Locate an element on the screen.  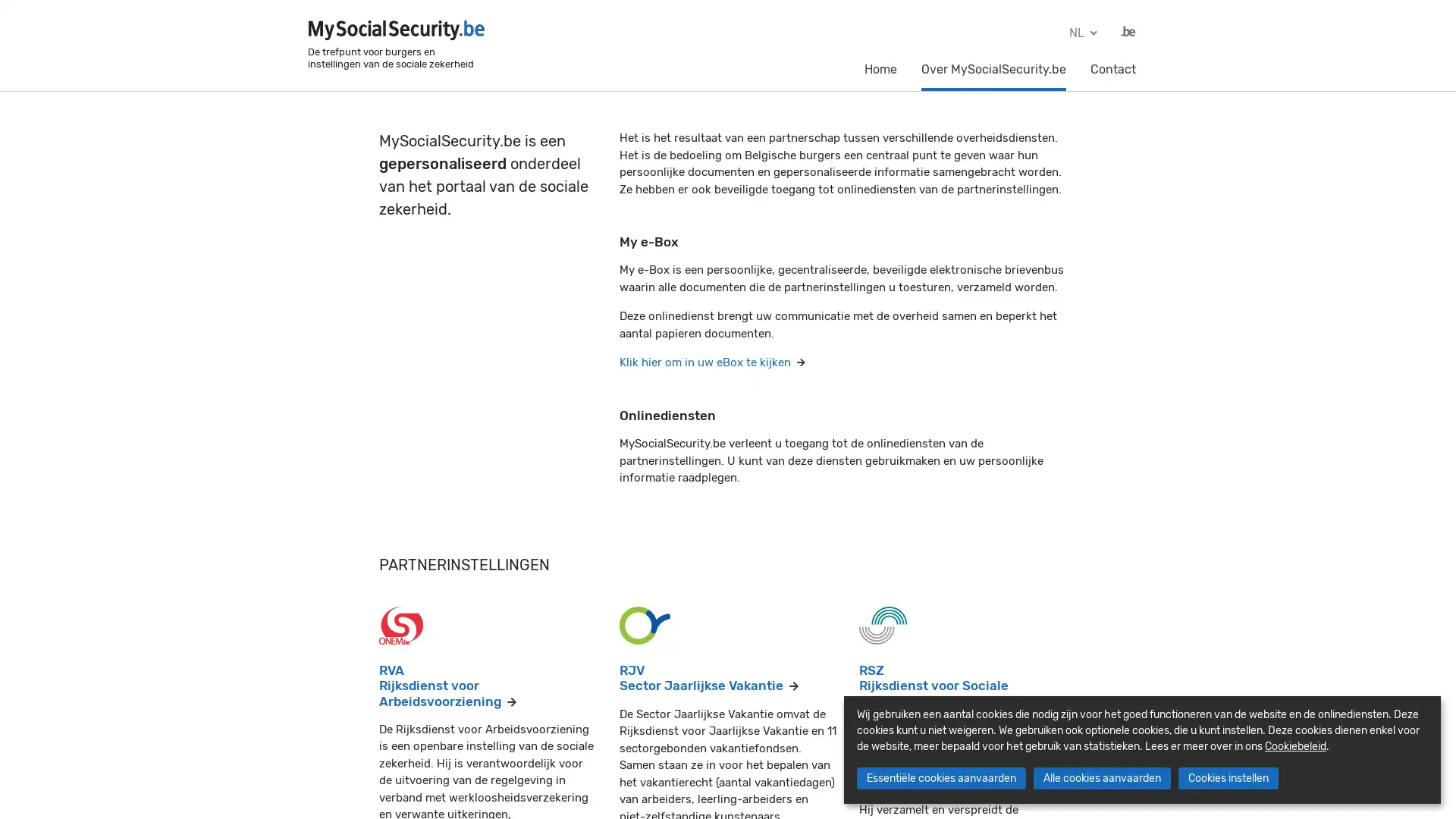
Essentiele cookies aanvaarden is located at coordinates (940, 778).